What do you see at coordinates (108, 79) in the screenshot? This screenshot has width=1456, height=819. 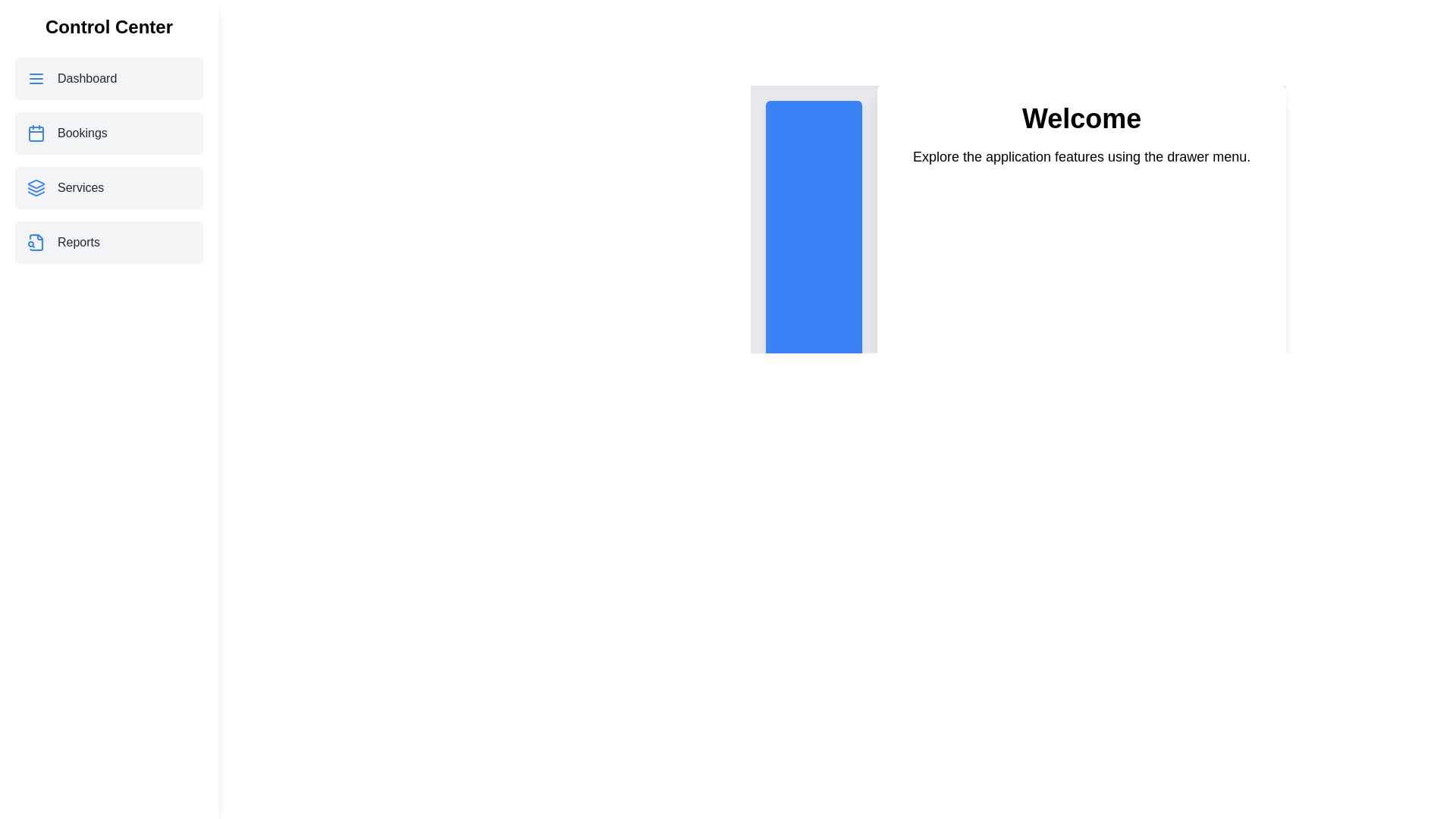 I see `the menu item Dashboard` at bounding box center [108, 79].